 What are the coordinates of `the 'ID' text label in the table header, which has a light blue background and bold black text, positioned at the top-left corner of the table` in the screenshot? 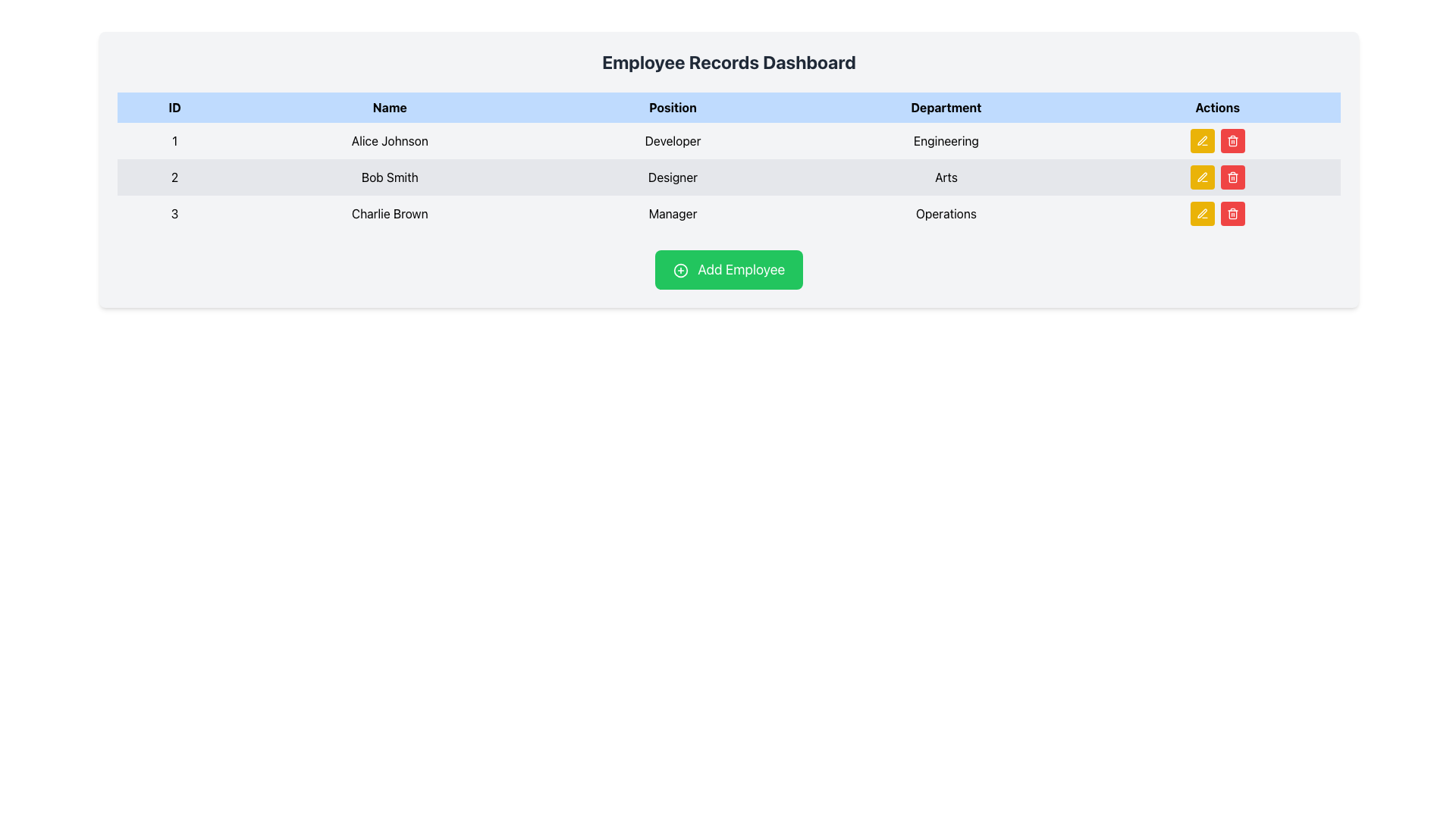 It's located at (174, 107).